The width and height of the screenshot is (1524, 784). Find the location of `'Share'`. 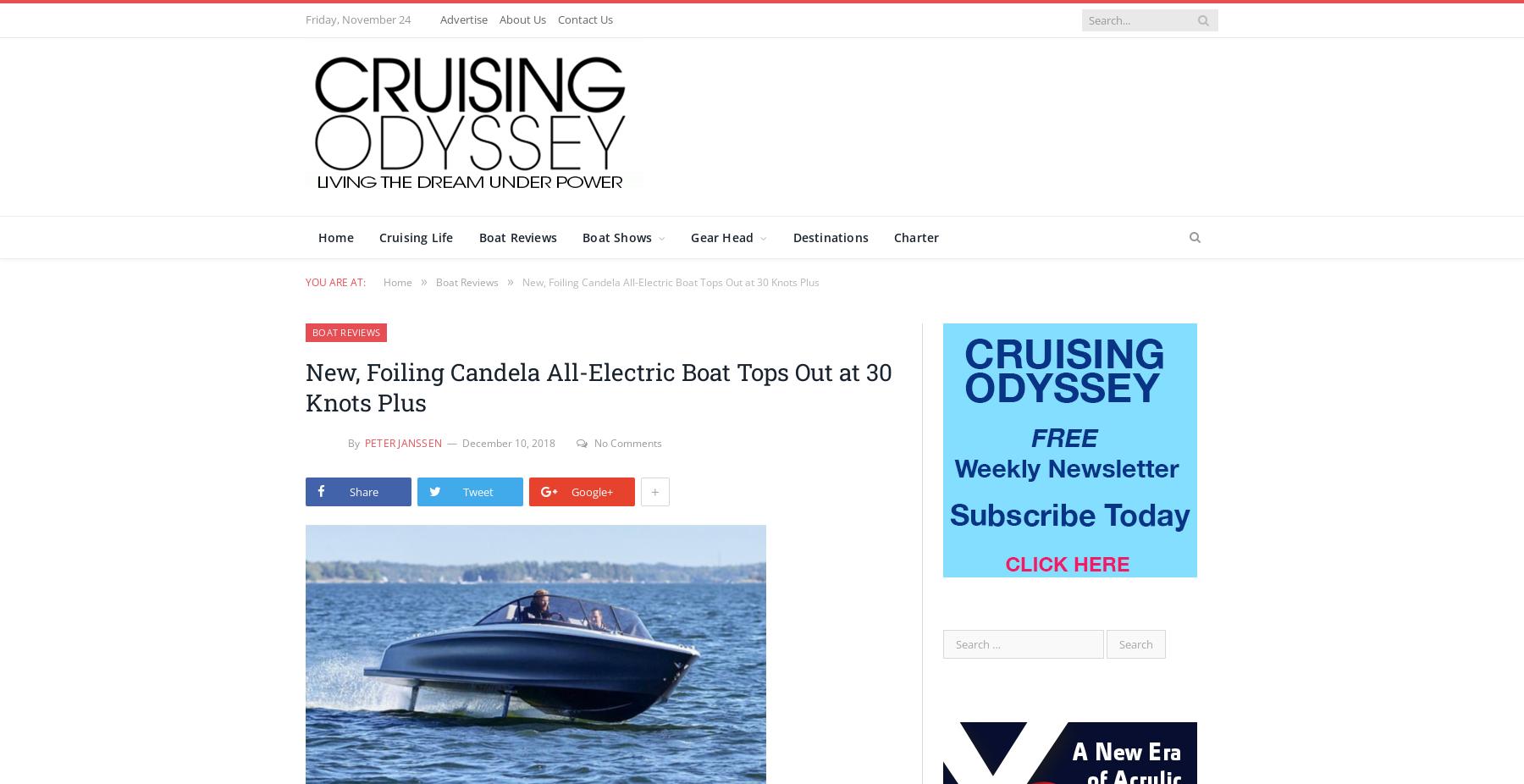

'Share' is located at coordinates (349, 489).